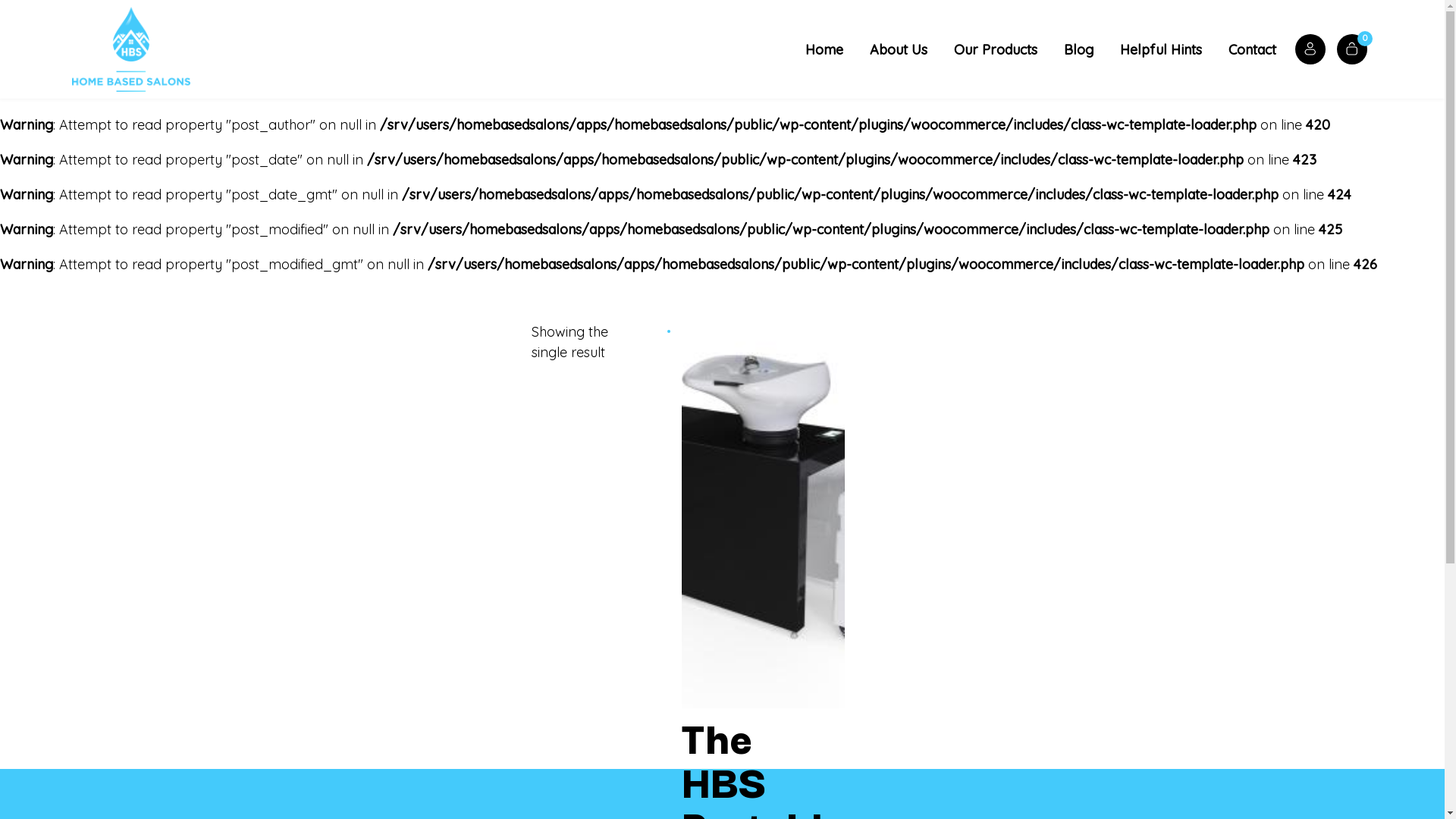 The height and width of the screenshot is (819, 1456). What do you see at coordinates (823, 49) in the screenshot?
I see `'Home'` at bounding box center [823, 49].